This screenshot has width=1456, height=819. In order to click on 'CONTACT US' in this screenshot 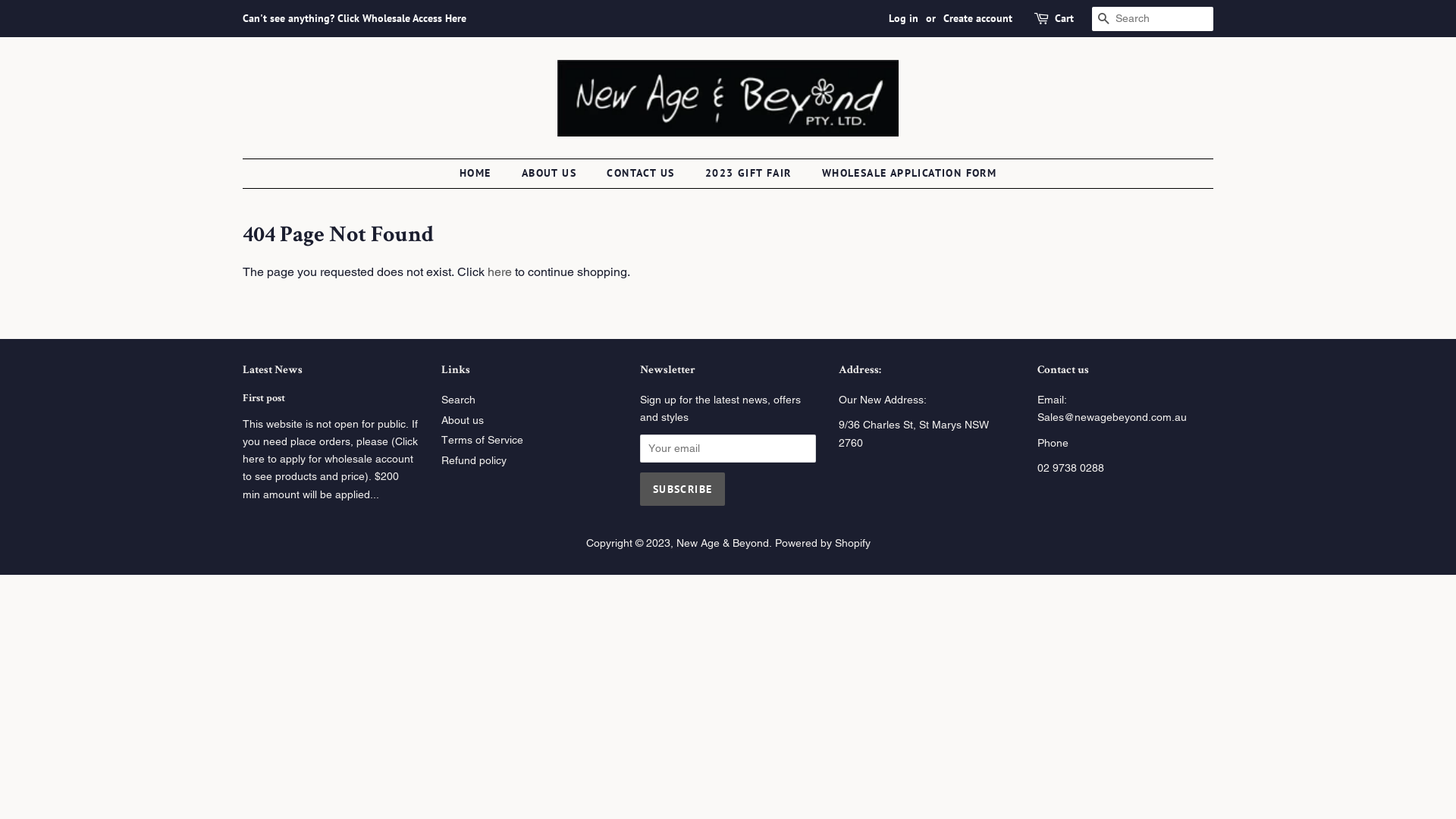, I will do `click(642, 172)`.